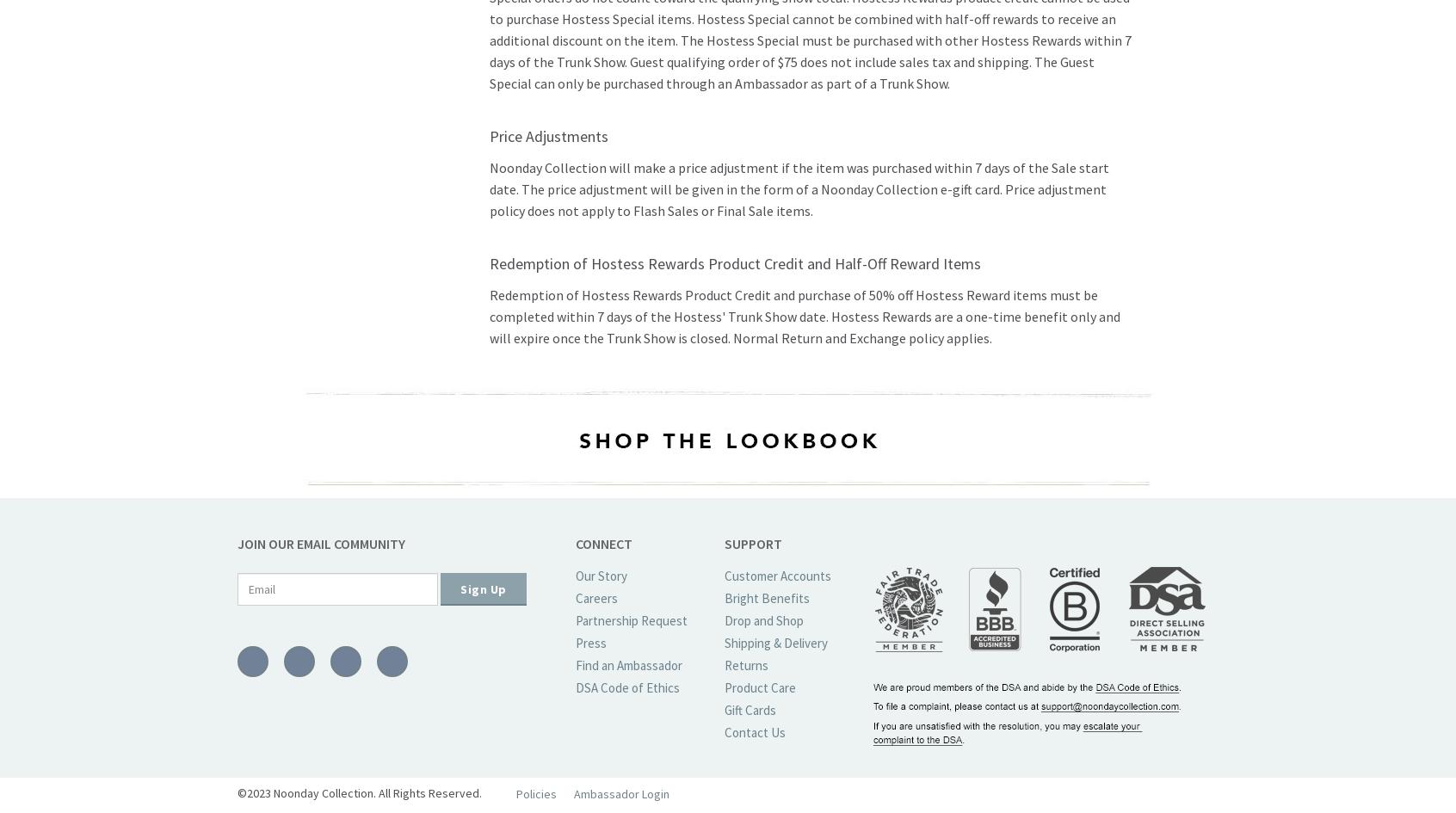  Describe the element at coordinates (576, 543) in the screenshot. I see `'CONNECT'` at that location.